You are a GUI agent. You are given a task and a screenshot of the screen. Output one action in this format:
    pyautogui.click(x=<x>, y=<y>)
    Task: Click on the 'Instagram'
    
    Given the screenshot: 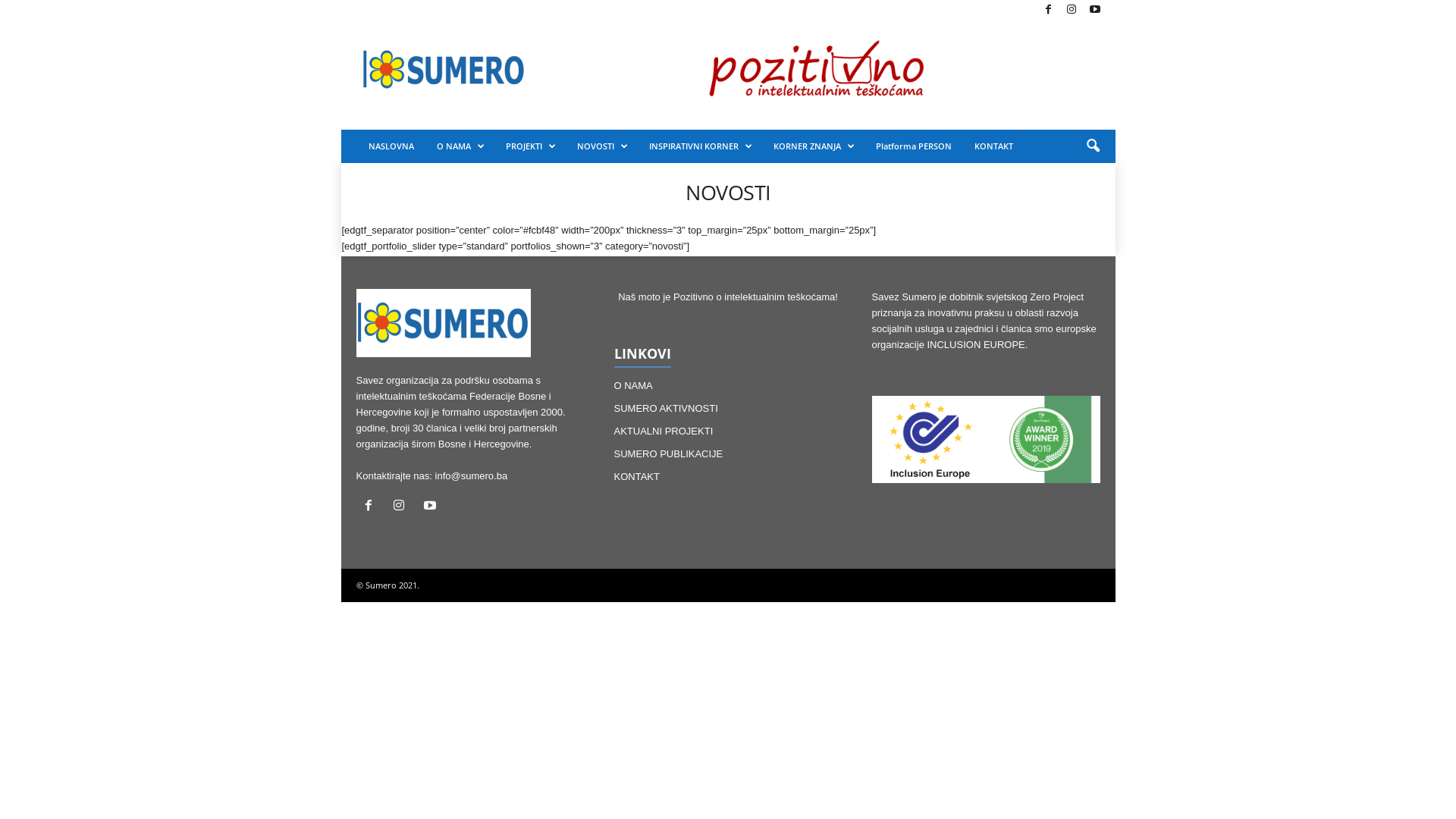 What is the action you would take?
    pyautogui.click(x=402, y=507)
    